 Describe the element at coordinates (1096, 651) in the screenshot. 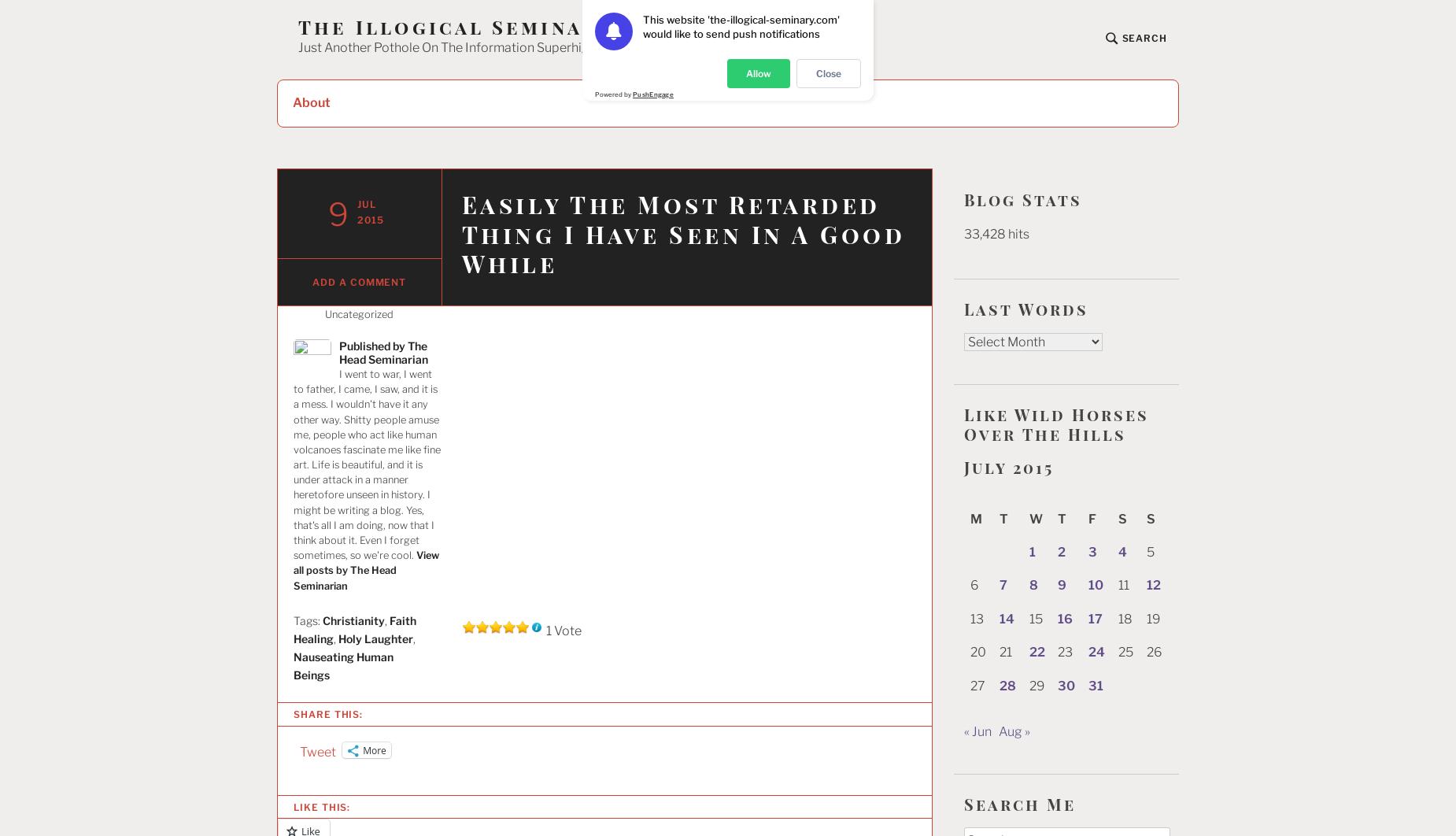

I see `'24'` at that location.